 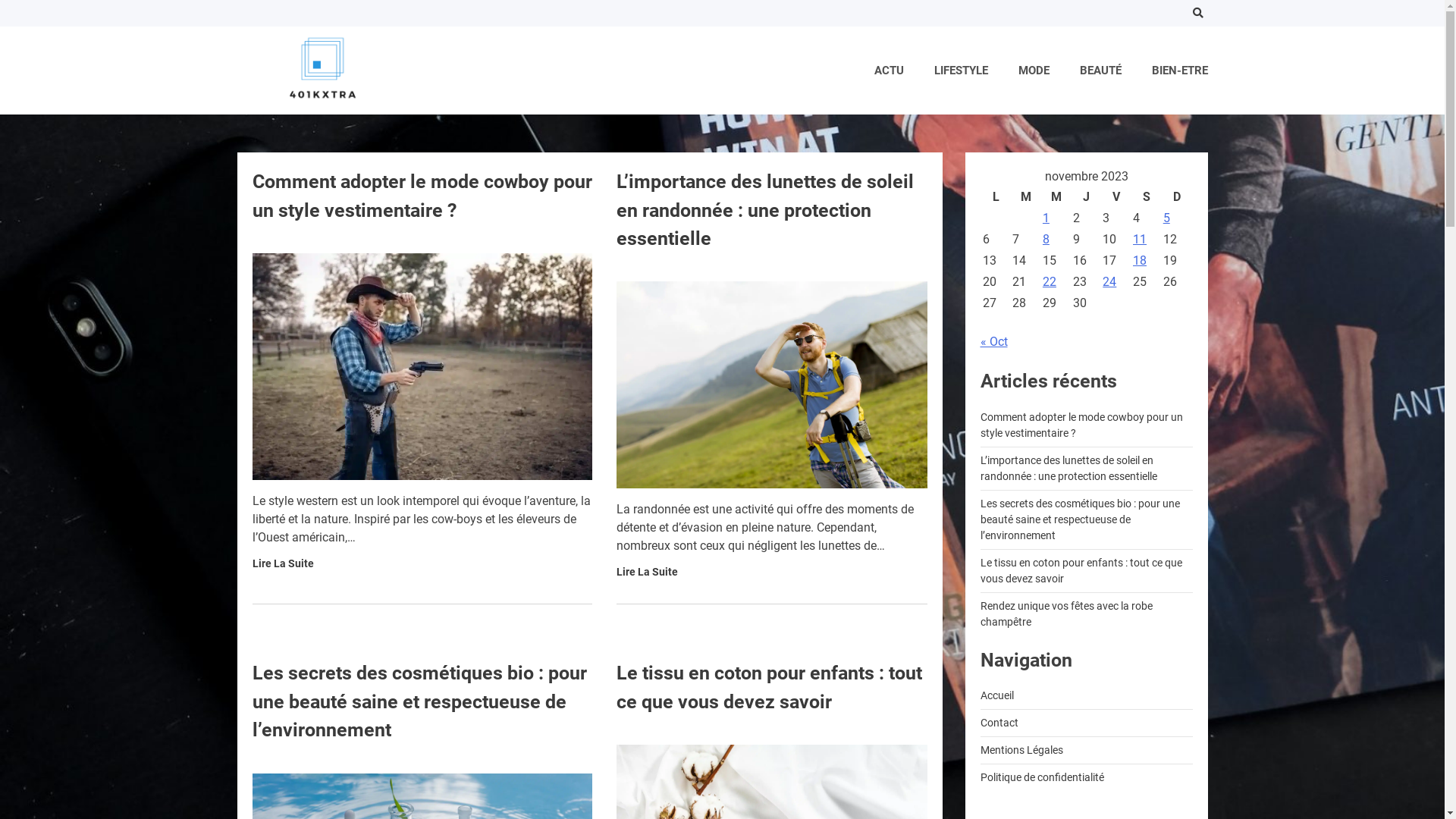 What do you see at coordinates (1139, 239) in the screenshot?
I see `'11'` at bounding box center [1139, 239].